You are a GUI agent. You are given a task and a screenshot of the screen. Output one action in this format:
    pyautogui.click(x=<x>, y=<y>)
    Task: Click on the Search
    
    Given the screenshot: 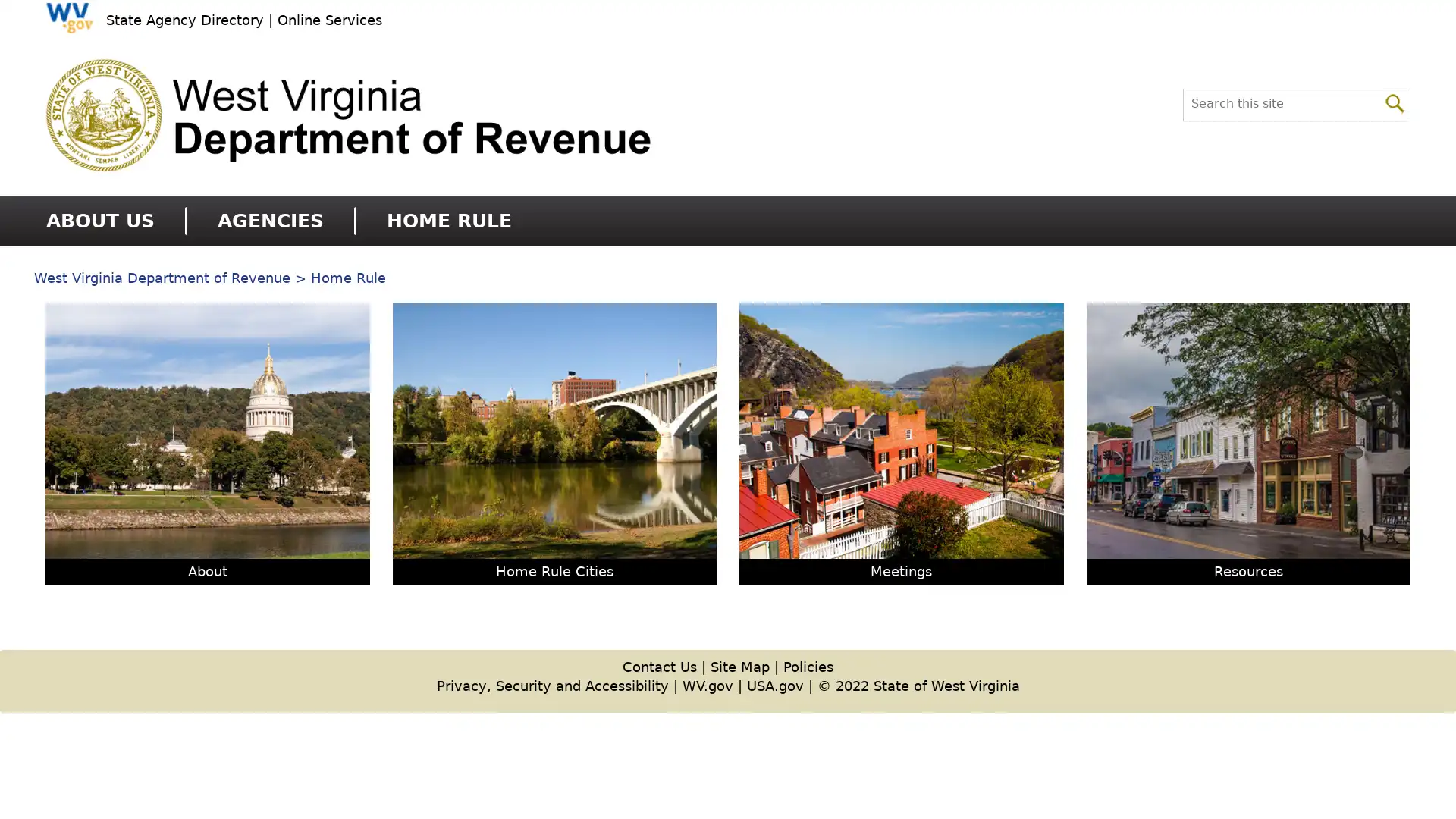 What is the action you would take?
    pyautogui.click(x=1395, y=102)
    